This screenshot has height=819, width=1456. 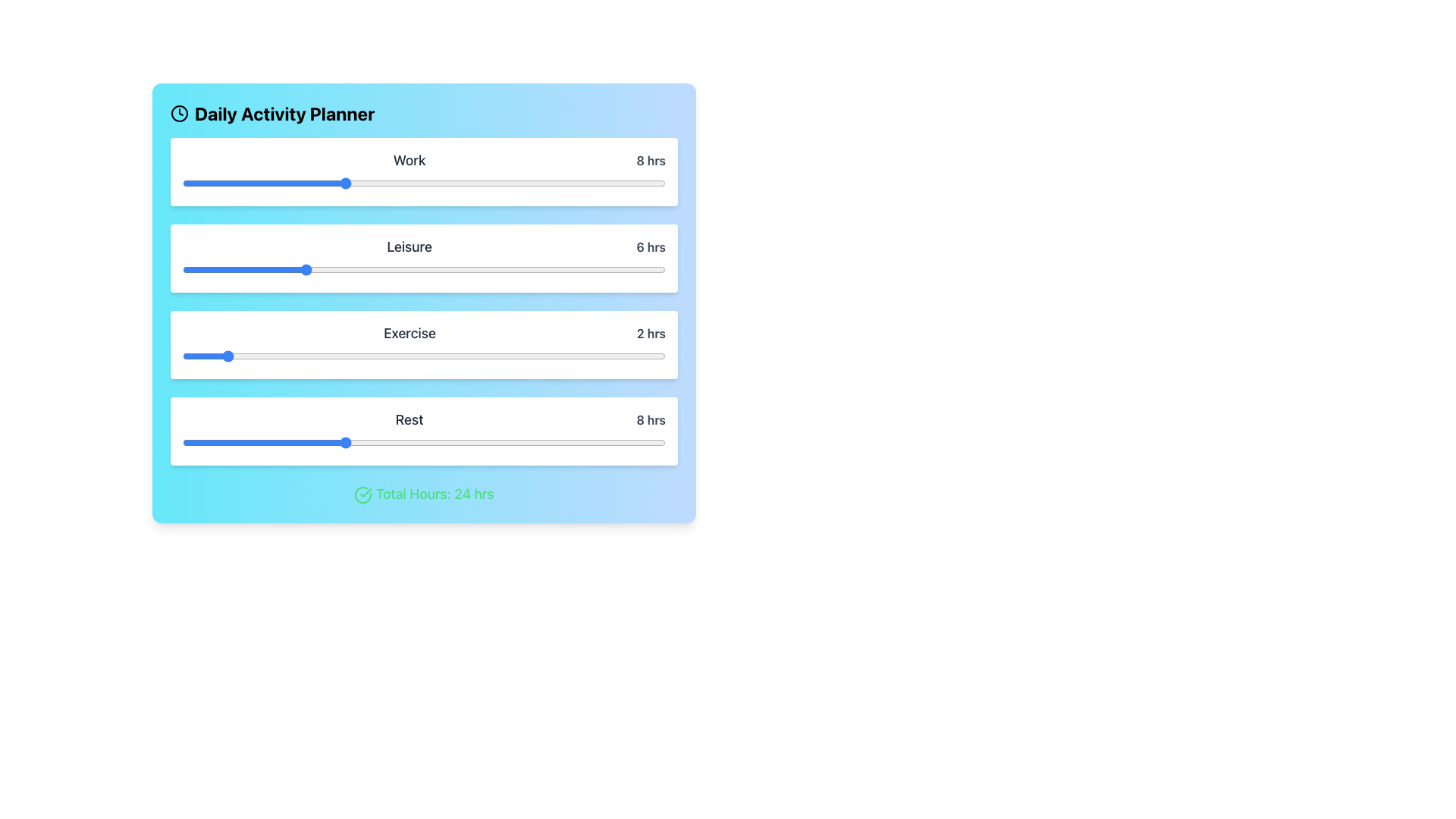 What do you see at coordinates (504, 183) in the screenshot?
I see `'Work' hours` at bounding box center [504, 183].